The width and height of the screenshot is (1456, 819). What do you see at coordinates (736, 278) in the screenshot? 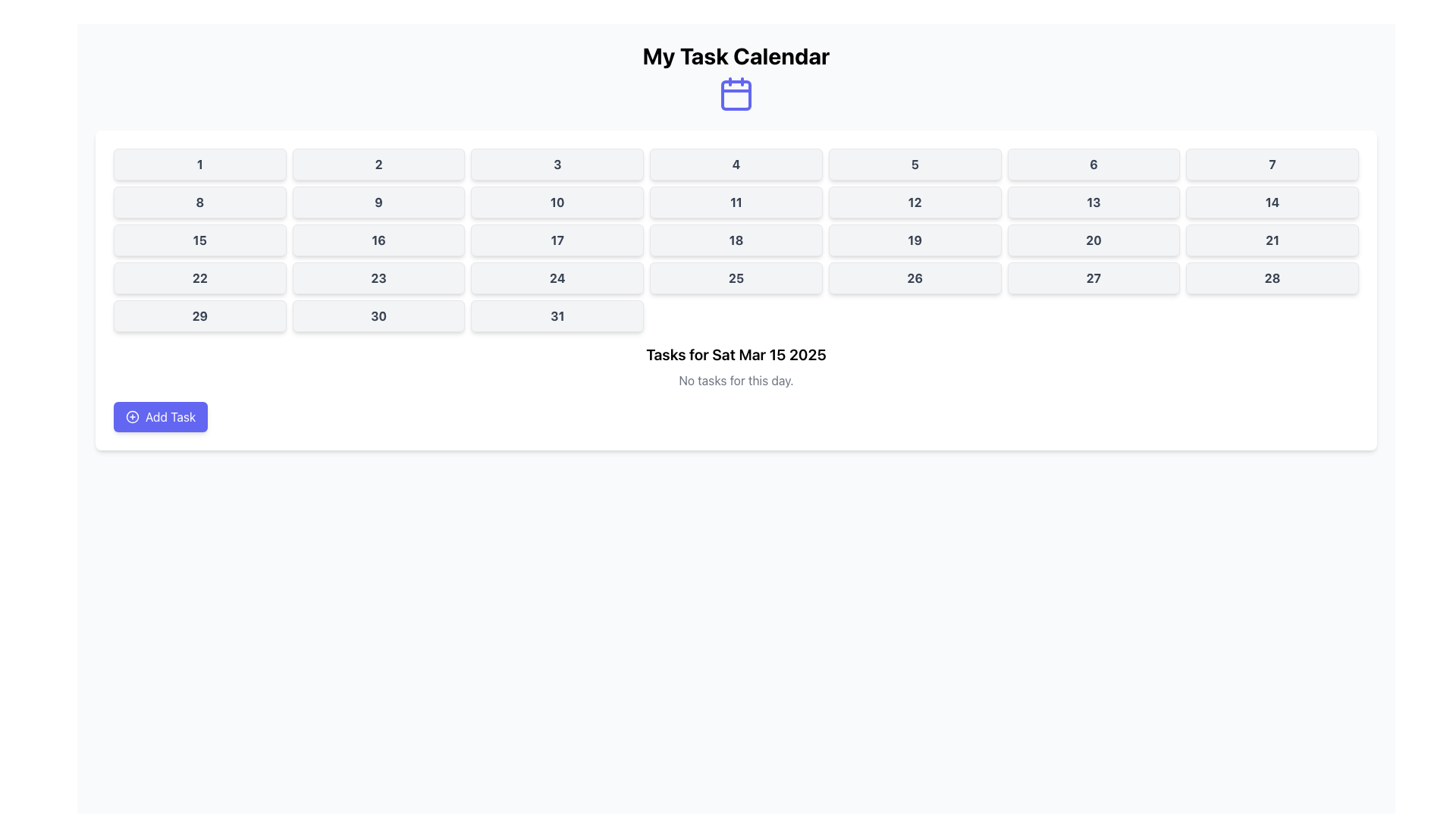
I see `the button labeled '25' in the My Task Calendar grid` at bounding box center [736, 278].